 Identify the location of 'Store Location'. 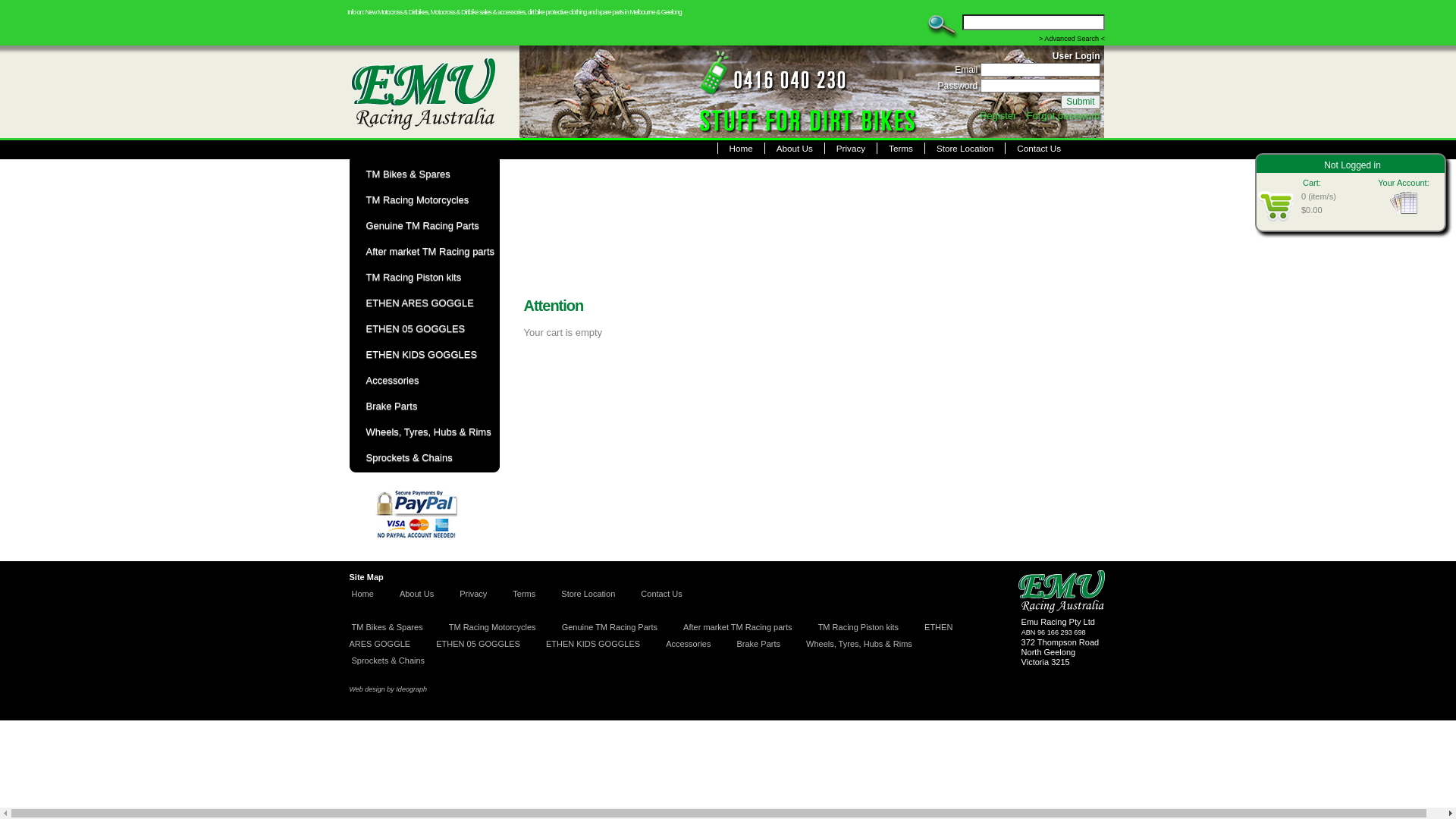
(924, 148).